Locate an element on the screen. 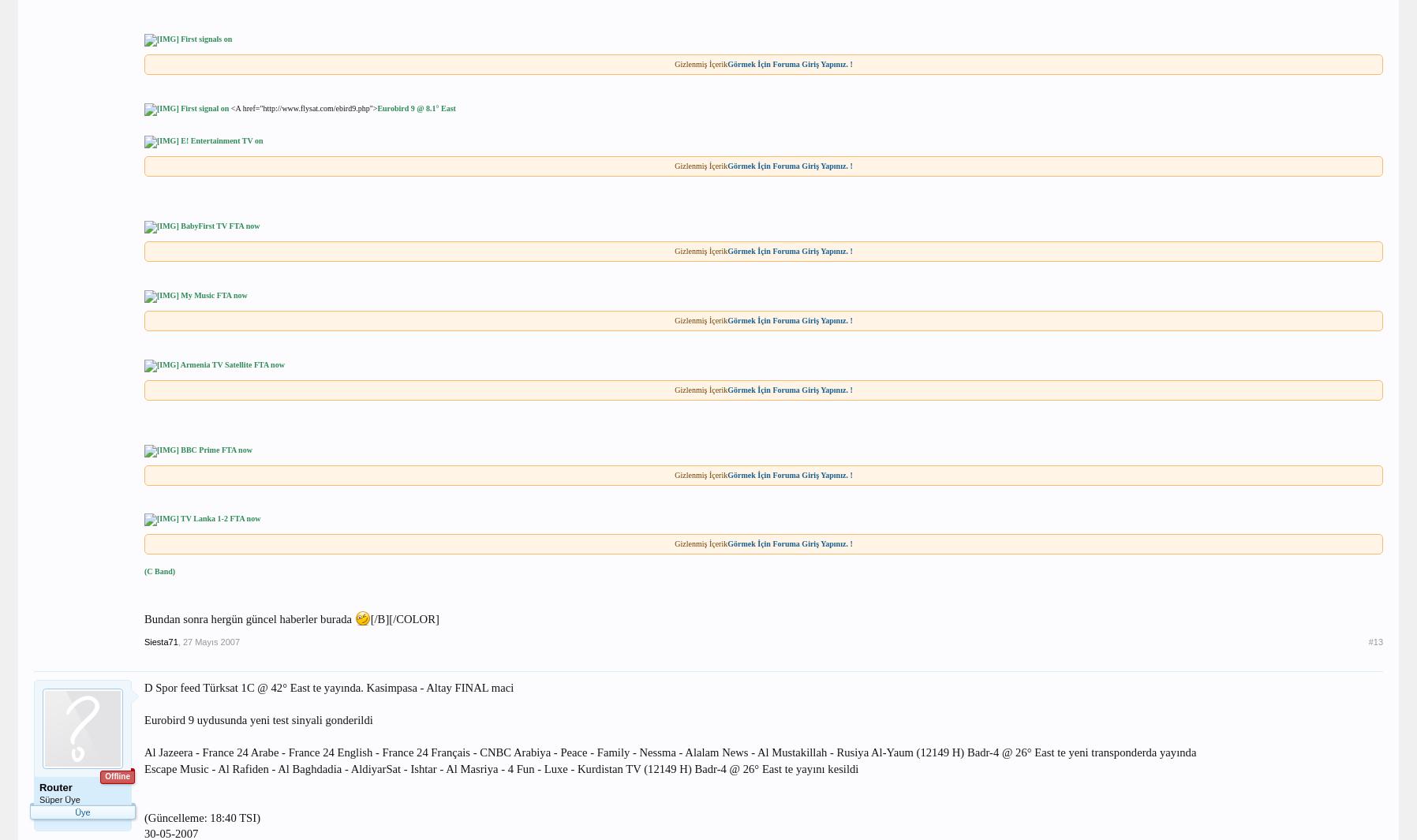 The image size is (1417, 840). 'Al Jazeera - France 24 Arabe - France 24 English - France 24 Français - CNBC Arabiya - Peace - Family - Nessma - Alalam News - Al Mustakillah - Rusiya Al-Yaum (12149 H) Badr-4 @ 26° East te yeni transponderda yayında' is located at coordinates (669, 752).